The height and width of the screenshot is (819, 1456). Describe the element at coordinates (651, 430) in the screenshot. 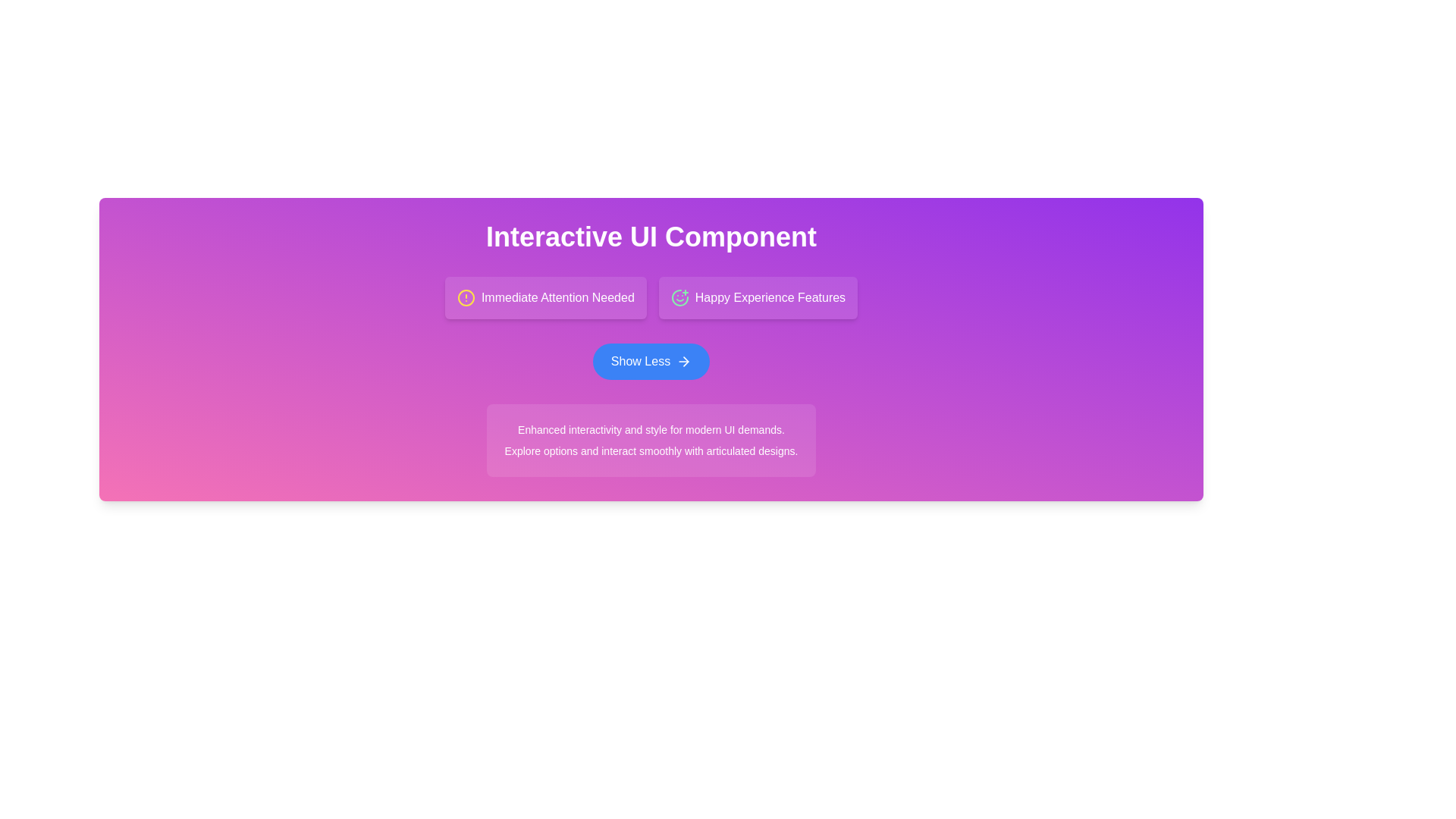

I see `descriptive text element located below the 'Show Less' section, which summarizes a key feature regarding UI interactivity and style` at that location.